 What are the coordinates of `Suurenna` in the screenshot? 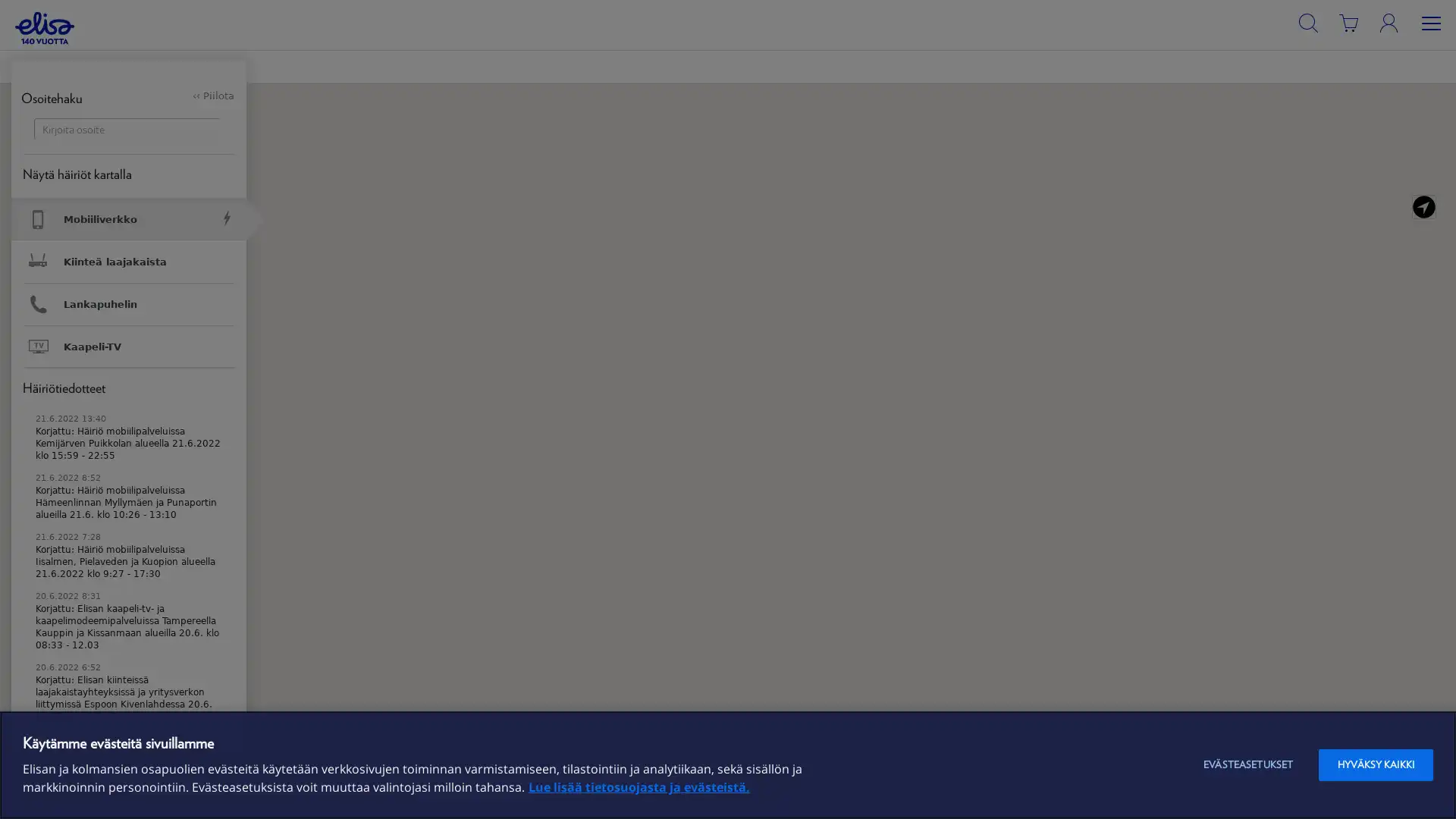 It's located at (1432, 104).